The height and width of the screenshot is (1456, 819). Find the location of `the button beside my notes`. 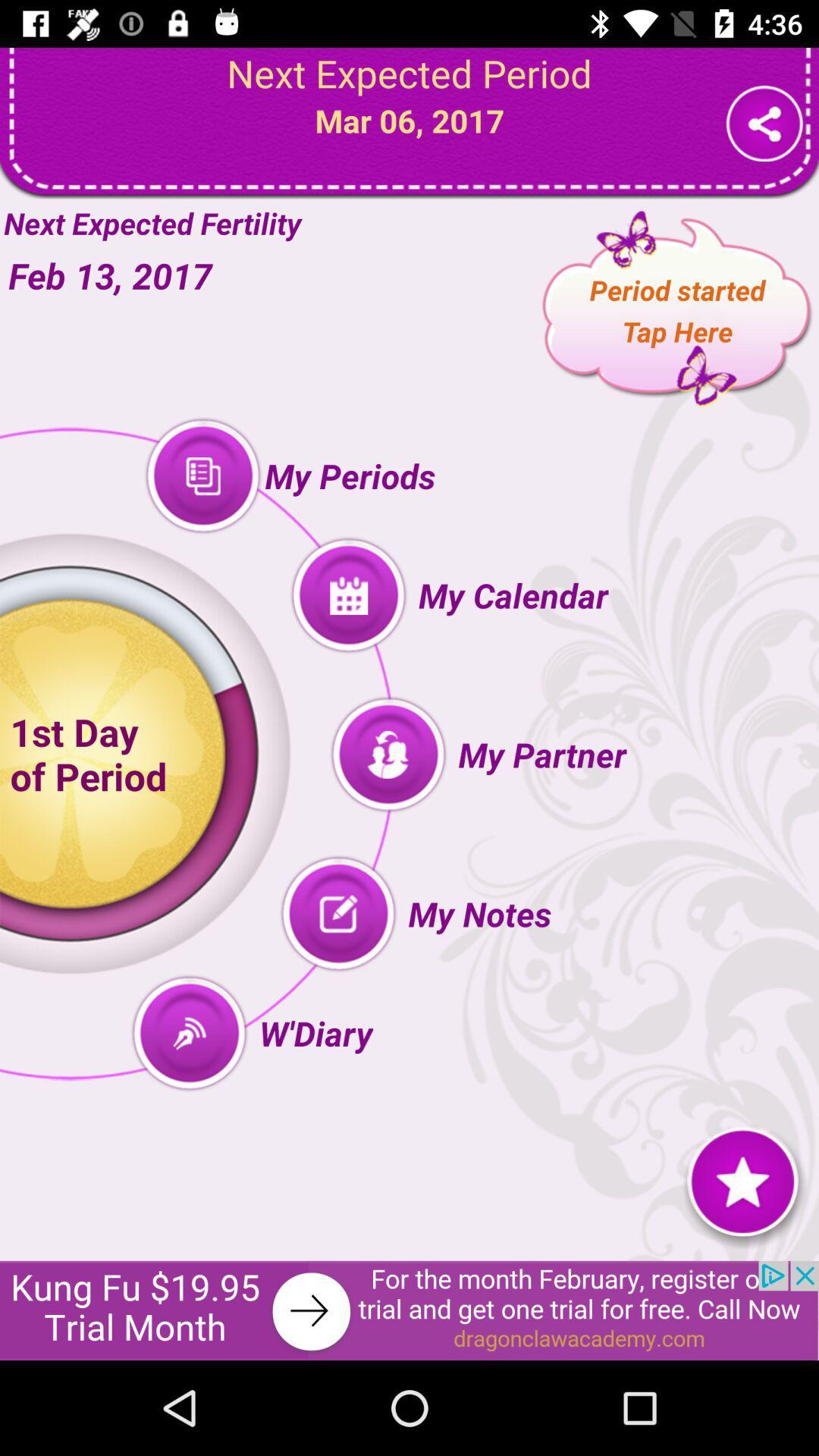

the button beside my notes is located at coordinates (337, 913).